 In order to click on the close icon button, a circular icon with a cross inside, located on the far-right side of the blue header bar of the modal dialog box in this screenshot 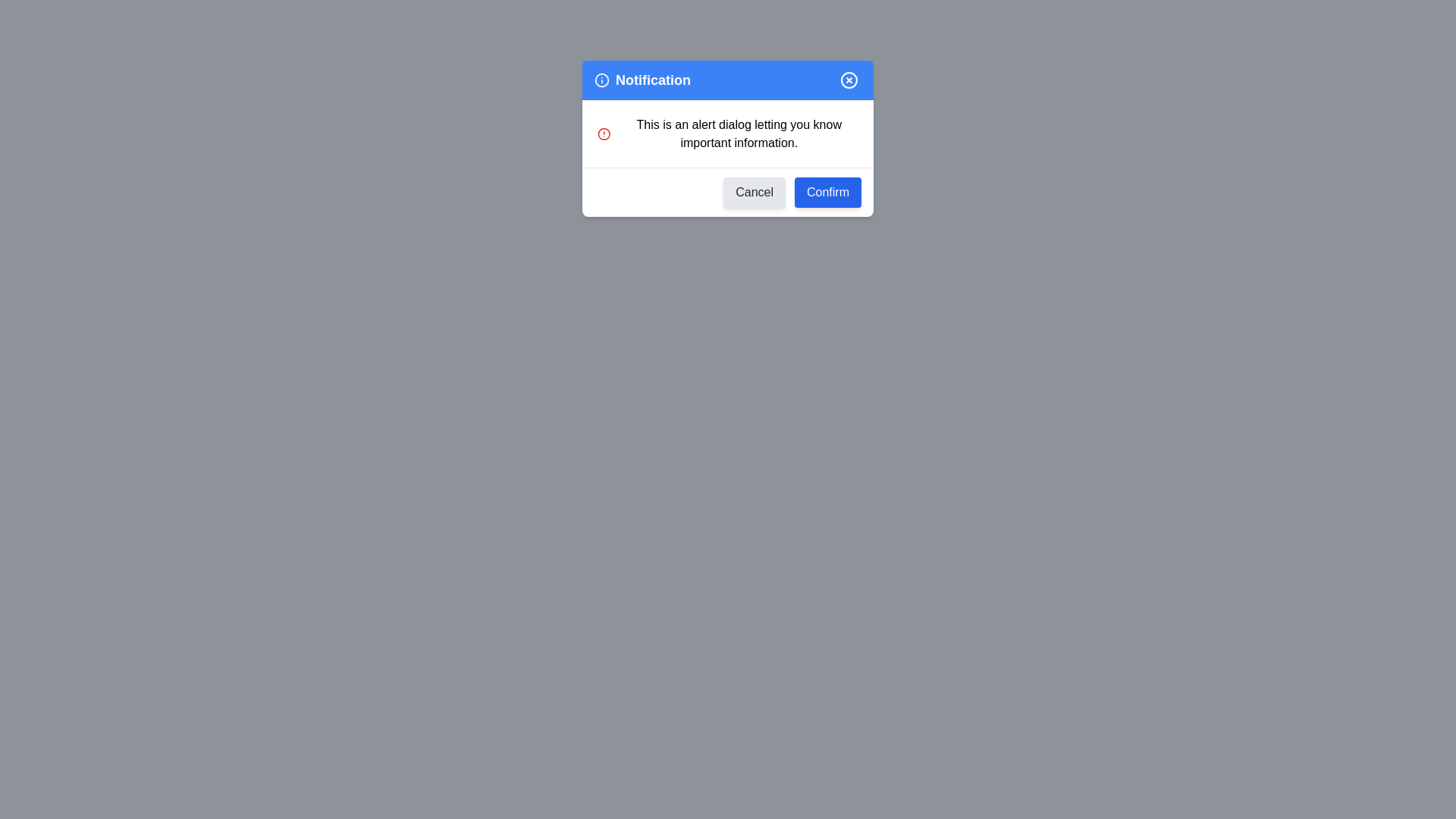, I will do `click(848, 80)`.